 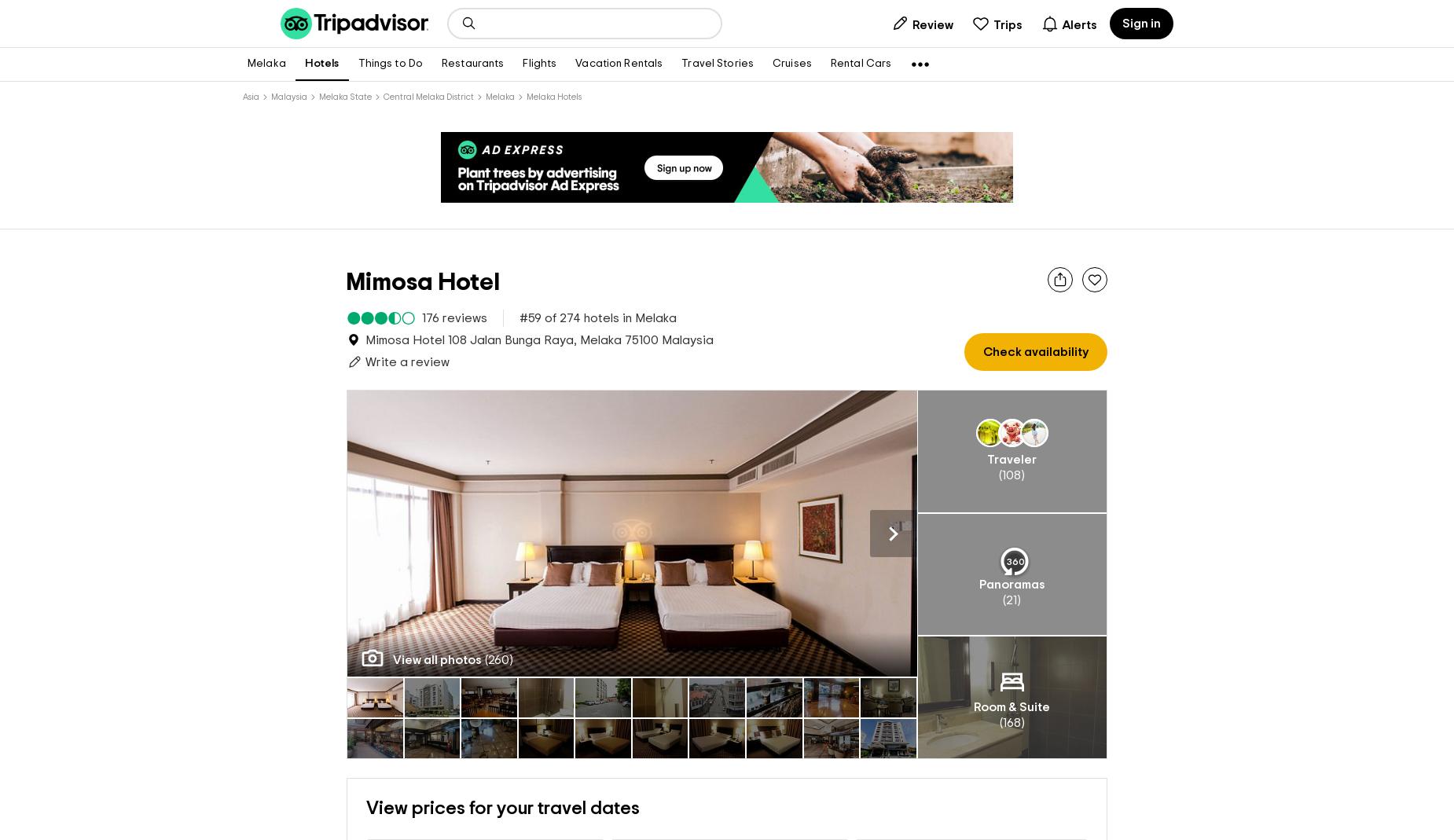 I want to click on 'Mimosa Hotel 108 Jalan Bunga Raya, Melaka 75100 Malaysia', so click(x=539, y=339).